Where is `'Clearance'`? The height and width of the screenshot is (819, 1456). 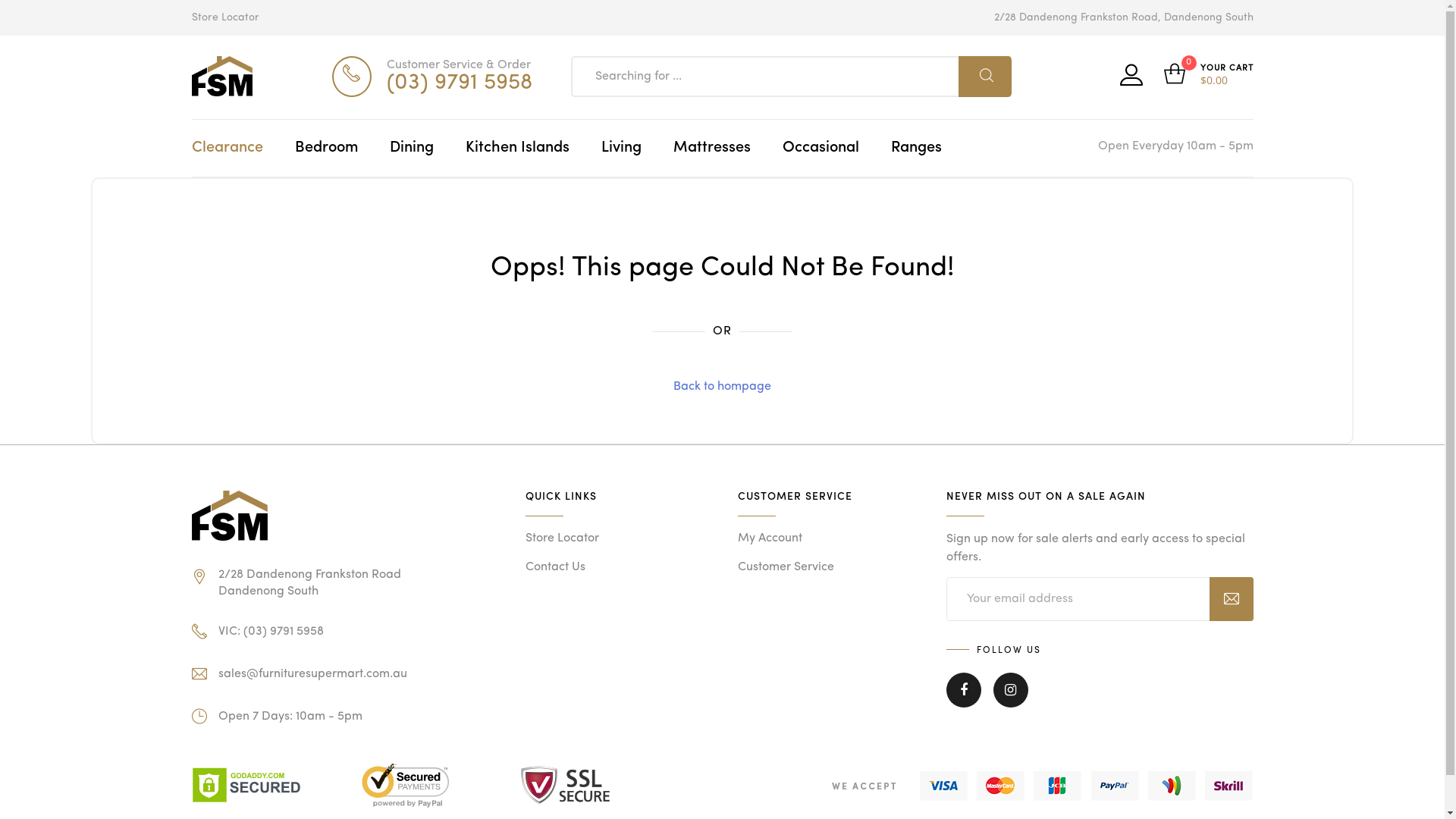 'Clearance' is located at coordinates (225, 148).